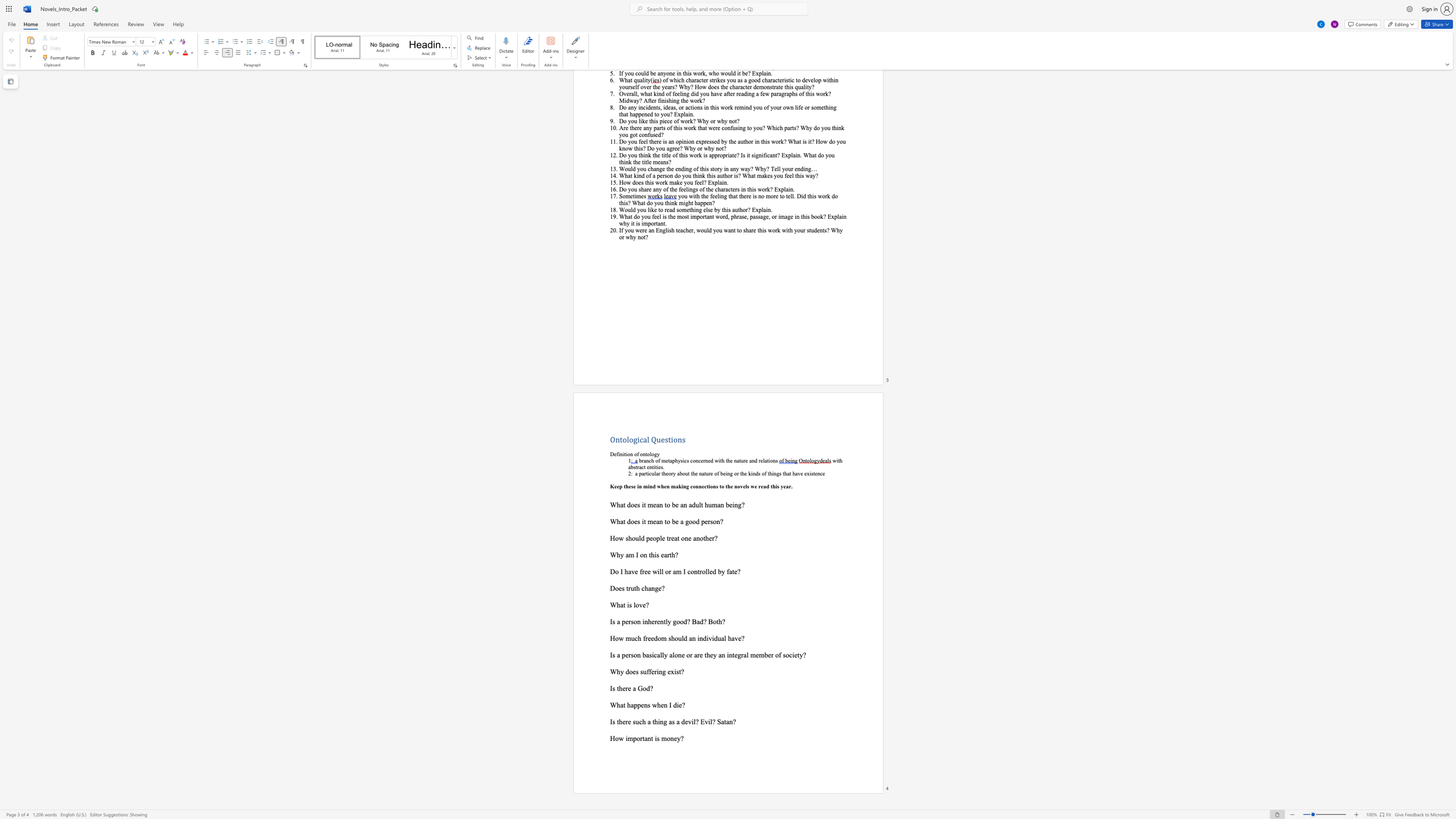  Describe the element at coordinates (610, 655) in the screenshot. I see `the subset text "Is a person" within the text "Is a person"` at that location.